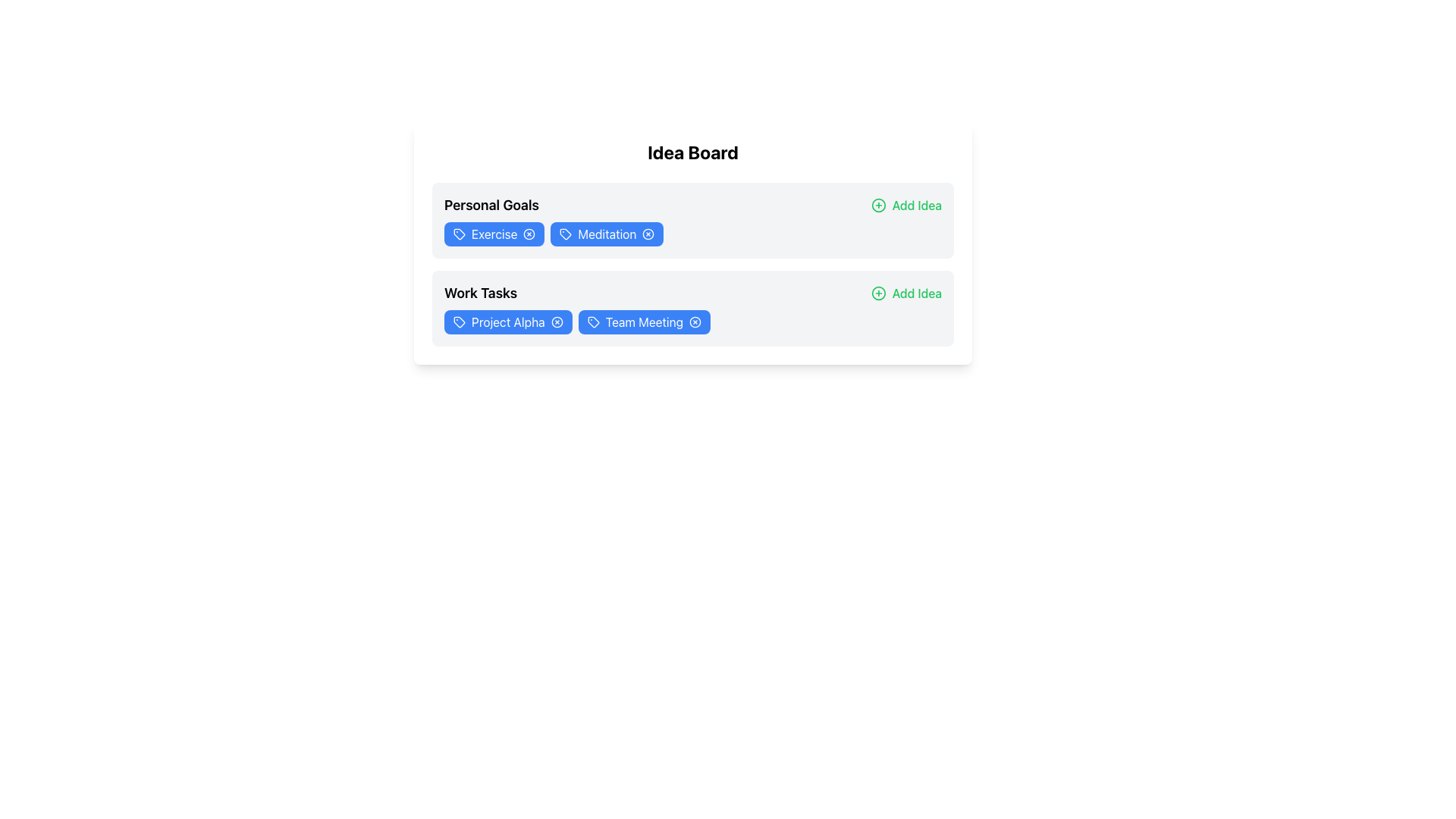 The image size is (1456, 819). Describe the element at coordinates (491, 205) in the screenshot. I see `the 'Personal Goals' text label, which is a bold and larger-sized heading located at the top of the segment for 'Personal Goals'` at that location.